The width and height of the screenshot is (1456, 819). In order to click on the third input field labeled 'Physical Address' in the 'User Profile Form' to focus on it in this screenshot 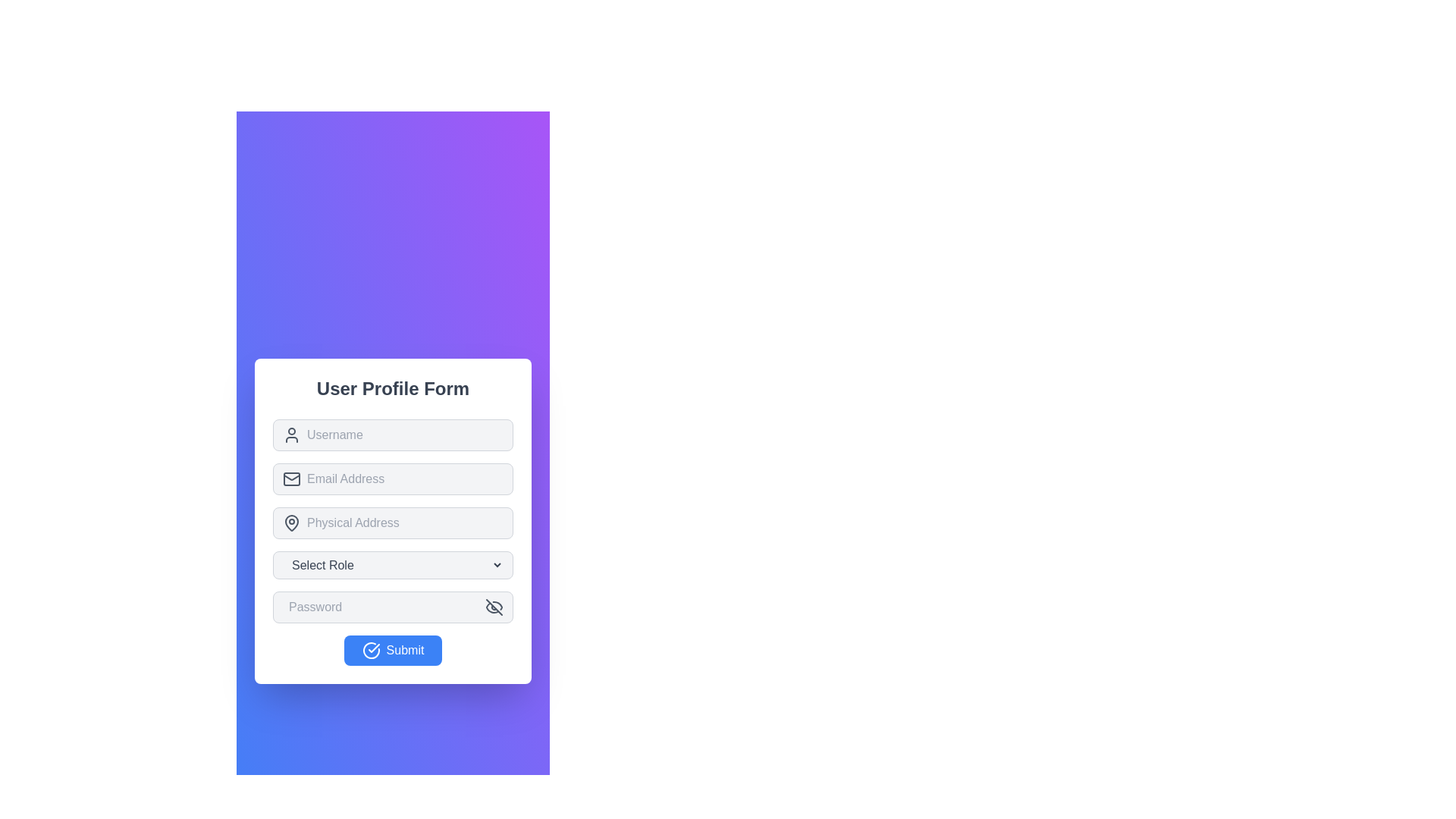, I will do `click(393, 519)`.